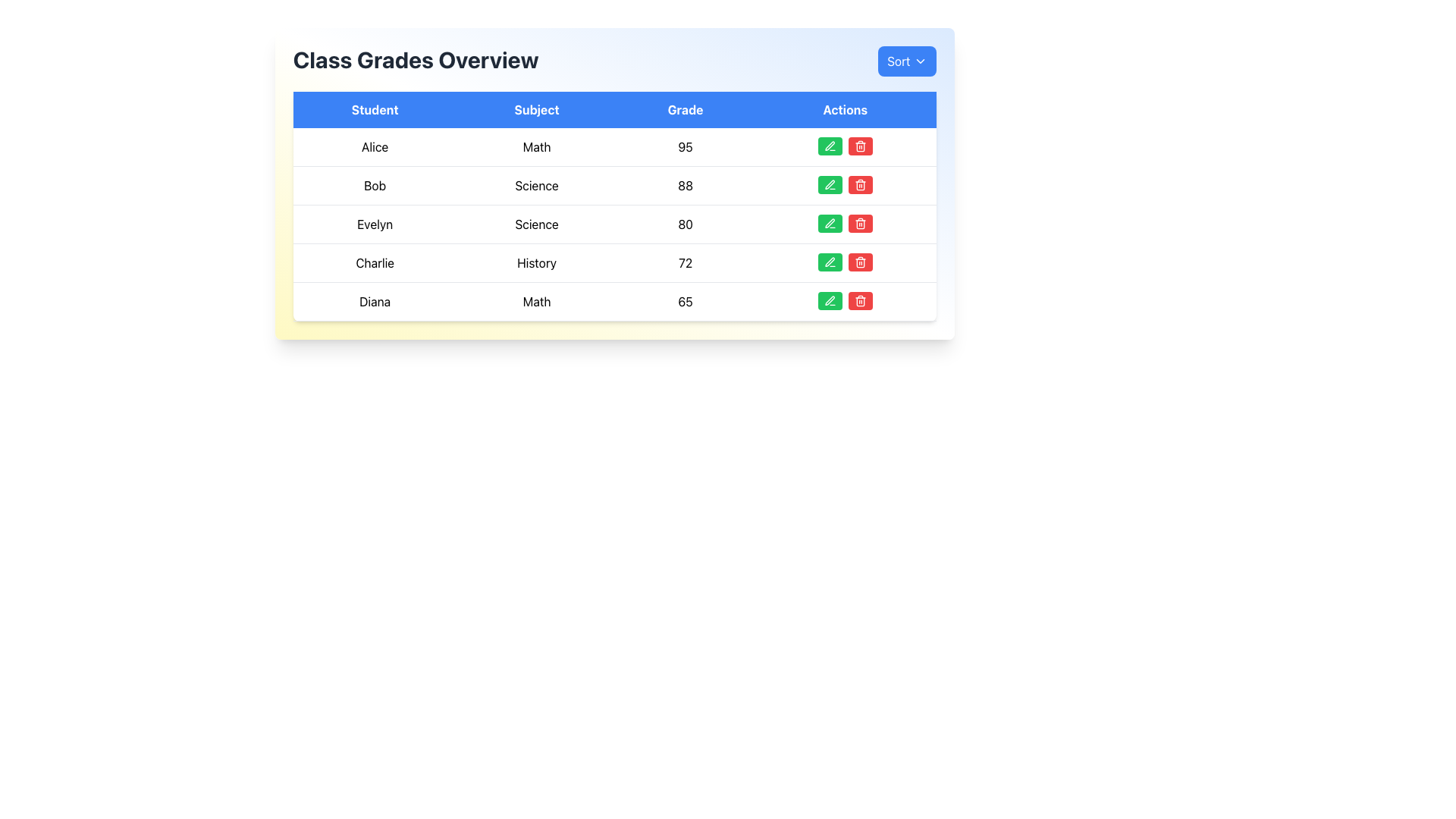 The width and height of the screenshot is (1456, 819). I want to click on the delete button located in the 'Actions' column of the table row corresponding to 'Bob', so click(859, 184).